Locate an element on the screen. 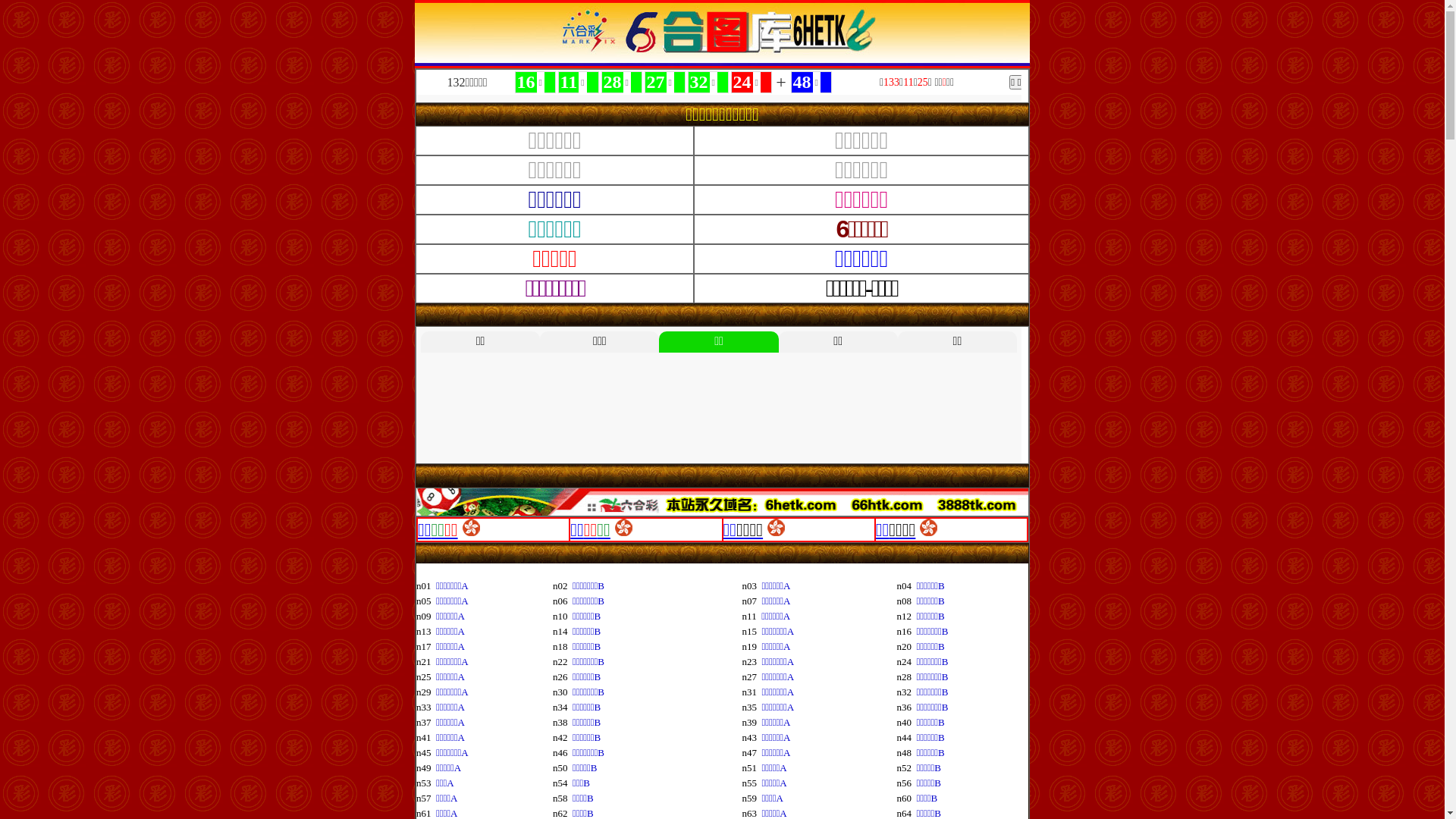 This screenshot has width=1456, height=819. 'n06 ' is located at coordinates (552, 600).